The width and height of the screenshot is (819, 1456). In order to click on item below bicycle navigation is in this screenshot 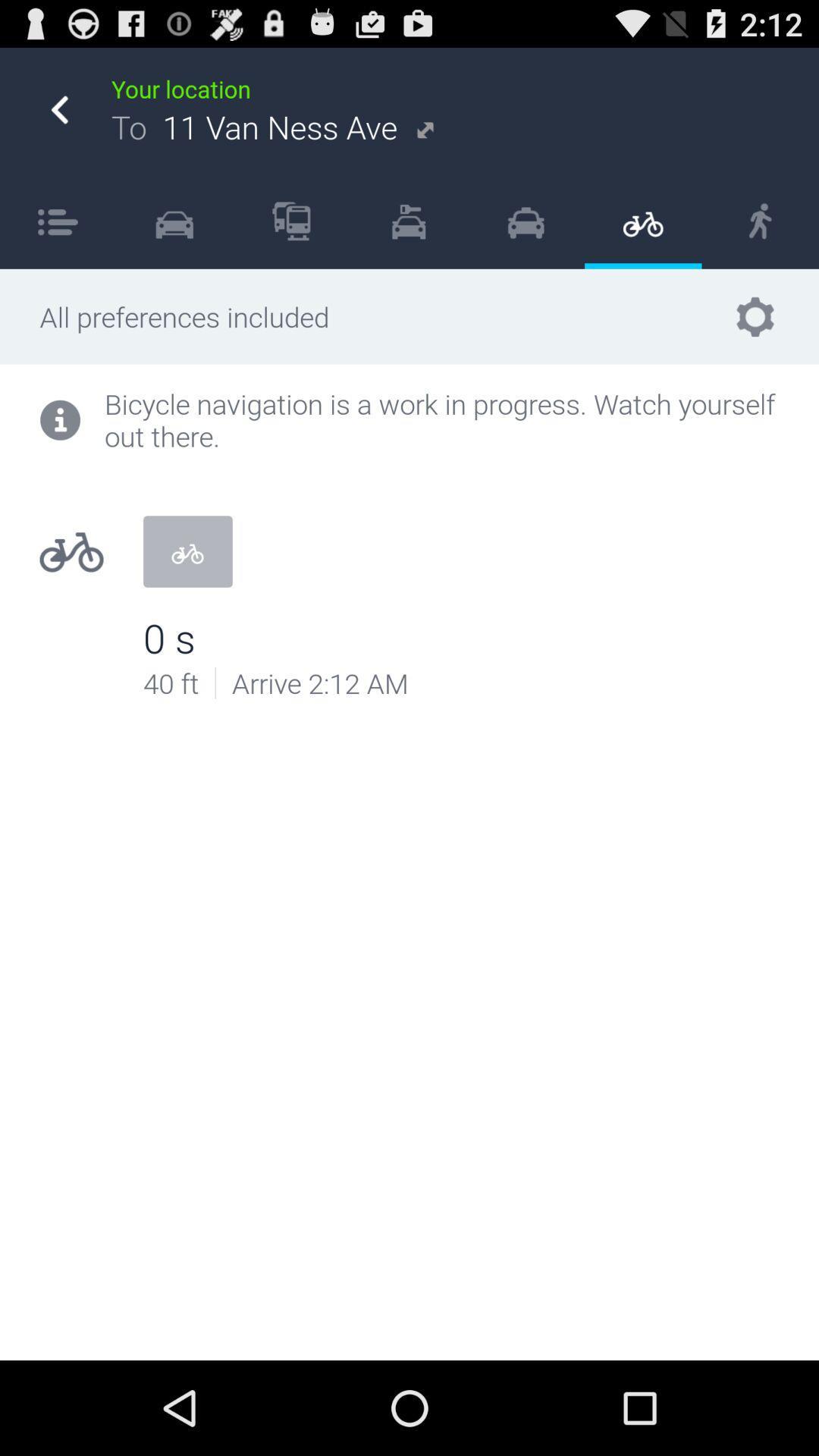, I will do `click(215, 682)`.